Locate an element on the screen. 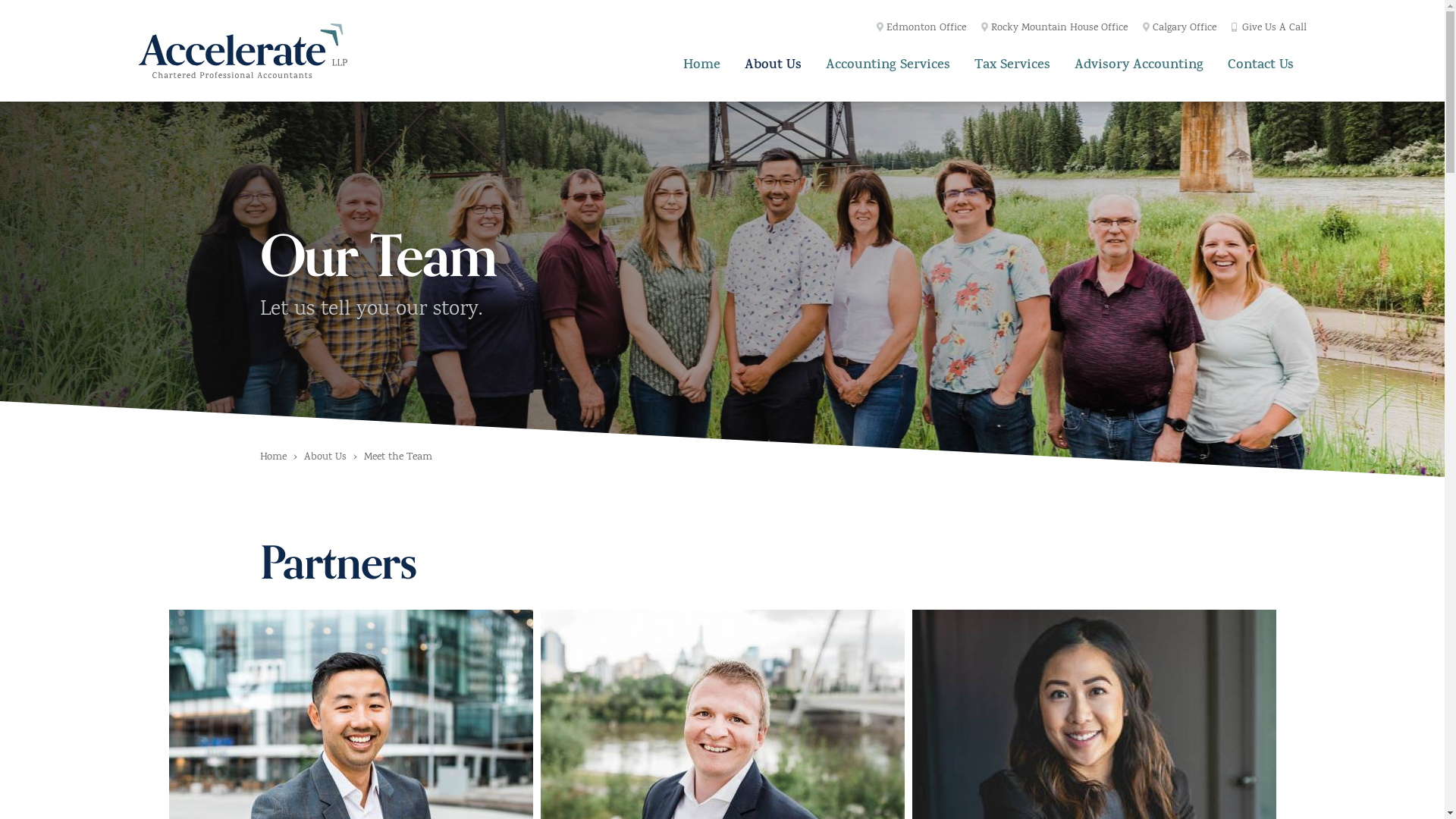 This screenshot has width=1456, height=819. 'About Us' is located at coordinates (773, 63).